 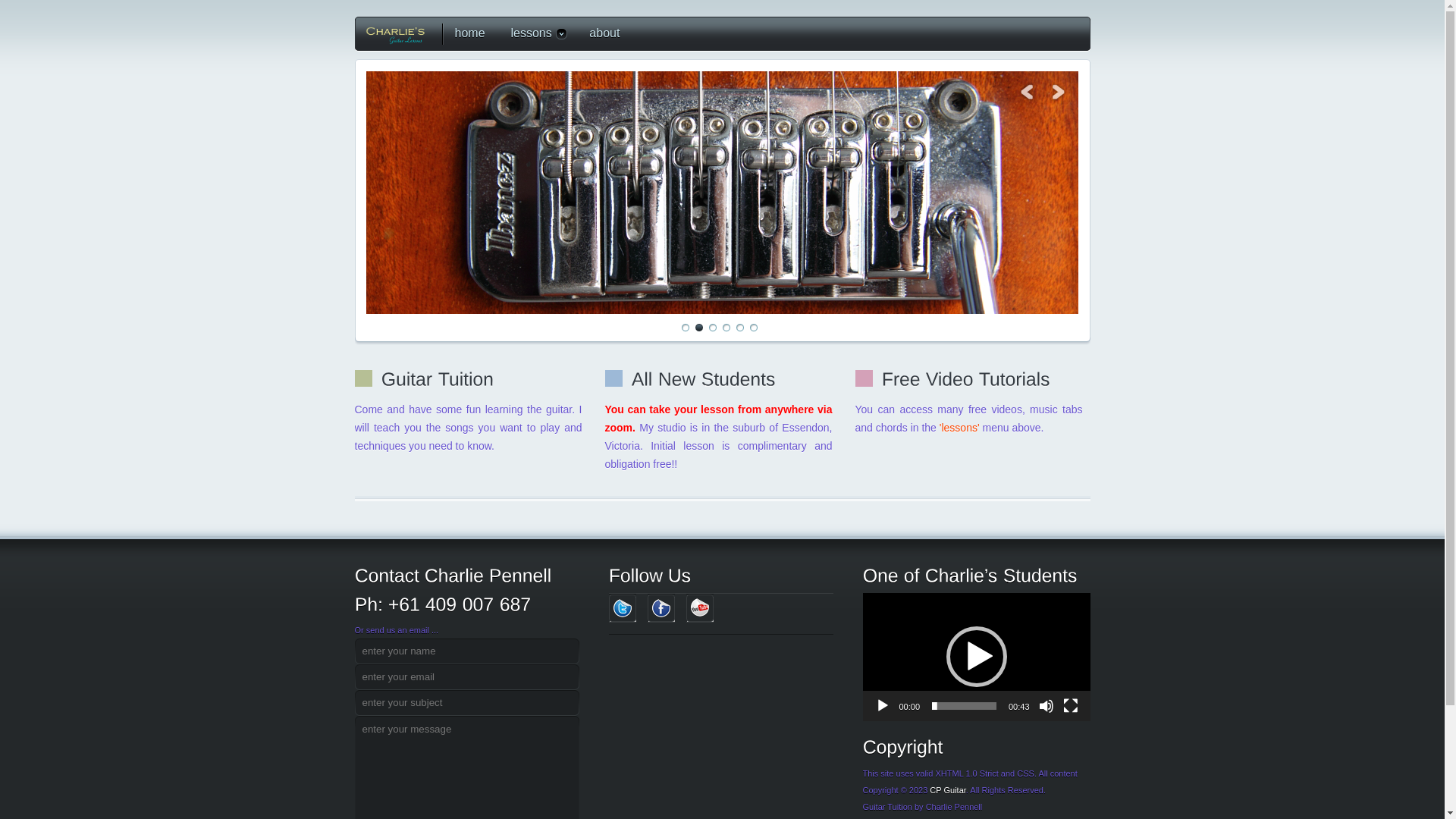 I want to click on 'Twitter', so click(x=622, y=607).